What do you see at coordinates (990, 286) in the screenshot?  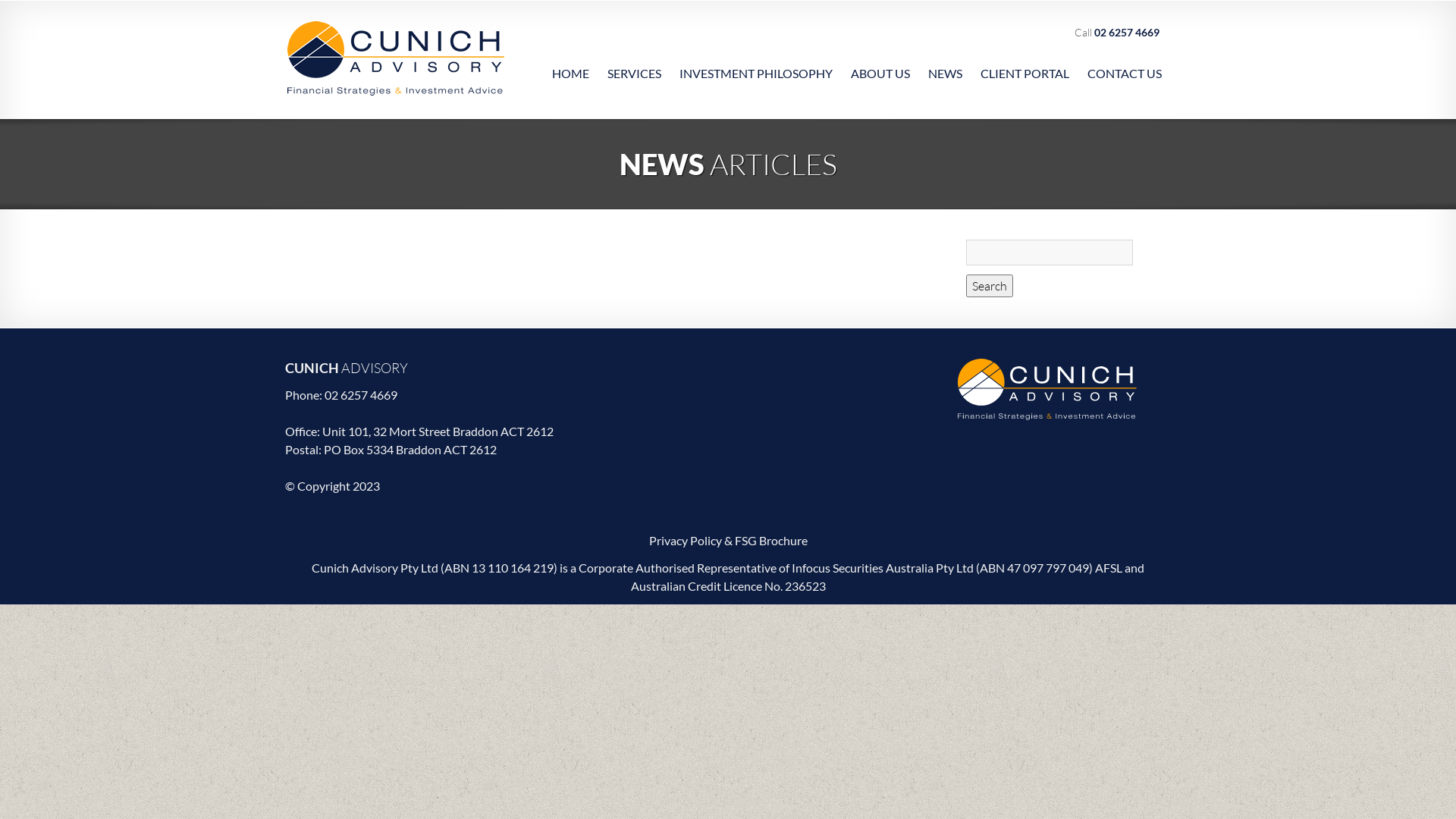 I see `'Search'` at bounding box center [990, 286].